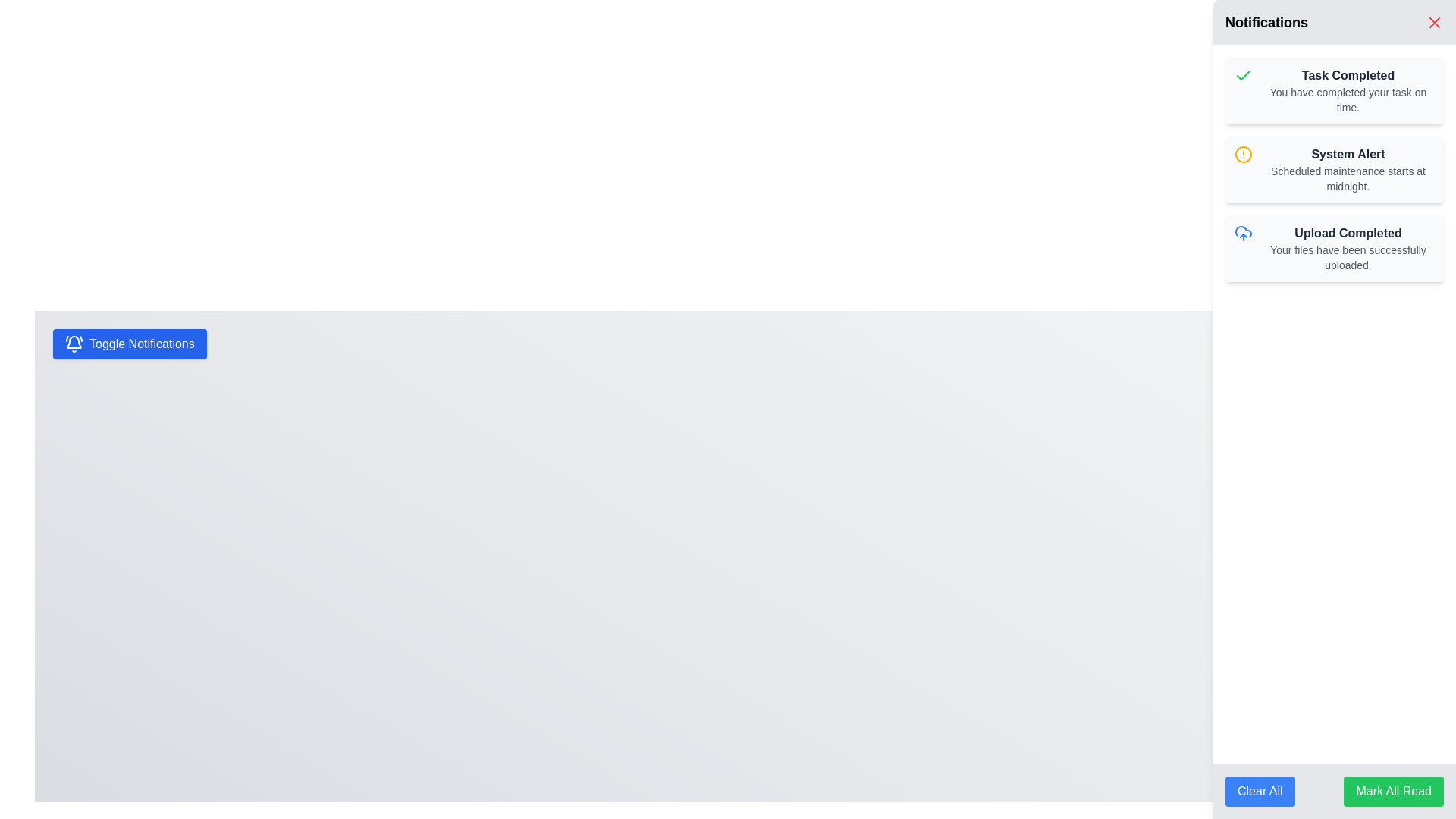  I want to click on the icon located adjacent to the text 'Task Completed' in the first notification item to signify a successful operation, so click(1244, 75).